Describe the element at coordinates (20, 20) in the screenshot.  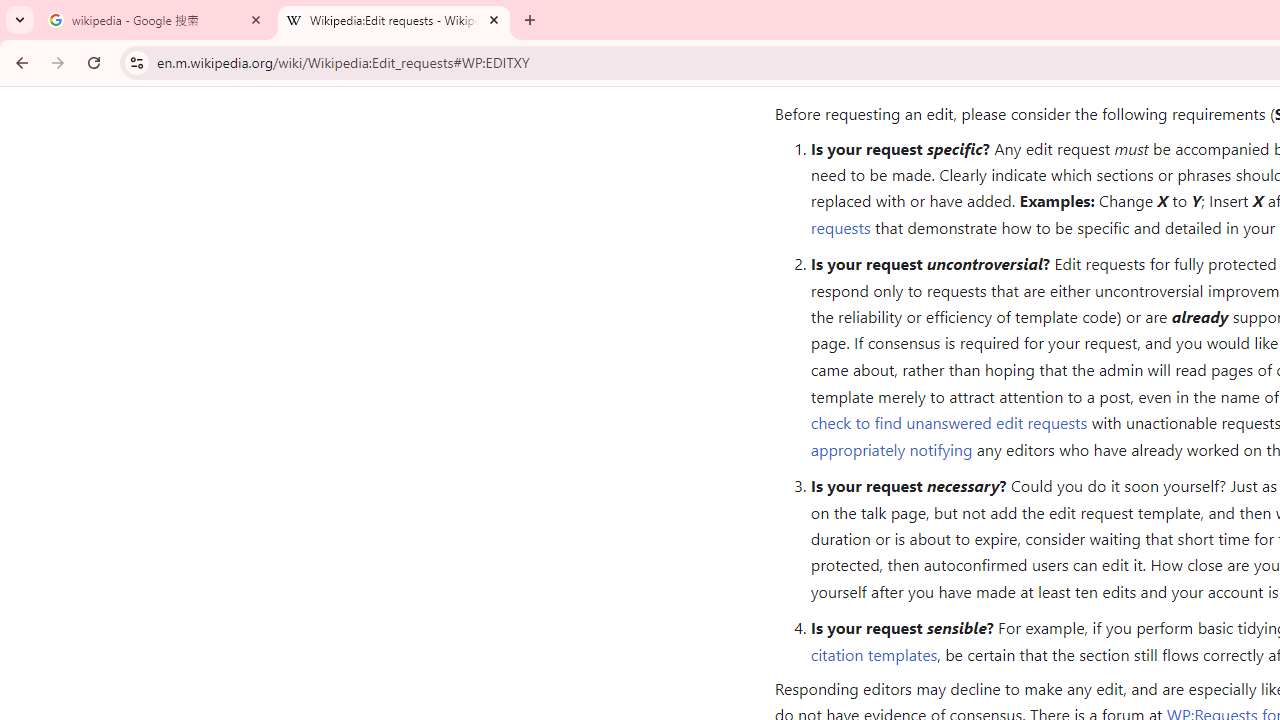
I see `'Search tabs'` at that location.